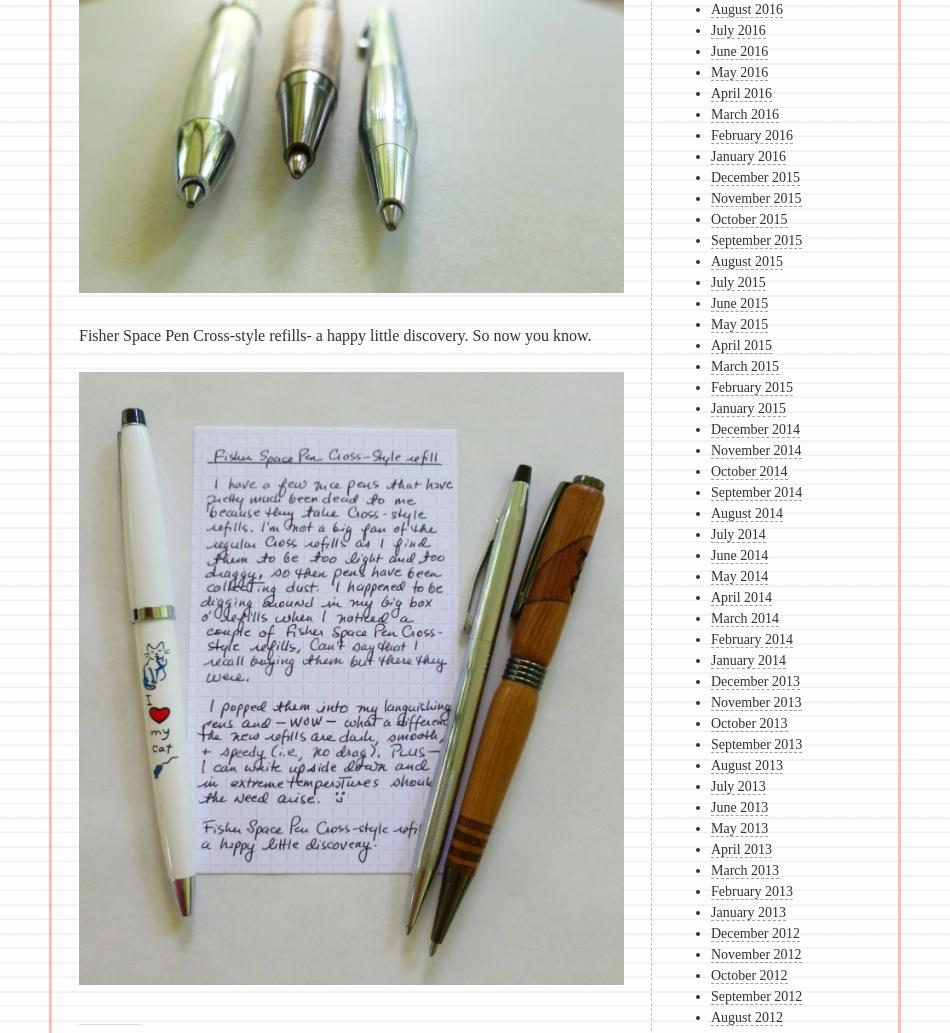  What do you see at coordinates (740, 849) in the screenshot?
I see `'April 2013'` at bounding box center [740, 849].